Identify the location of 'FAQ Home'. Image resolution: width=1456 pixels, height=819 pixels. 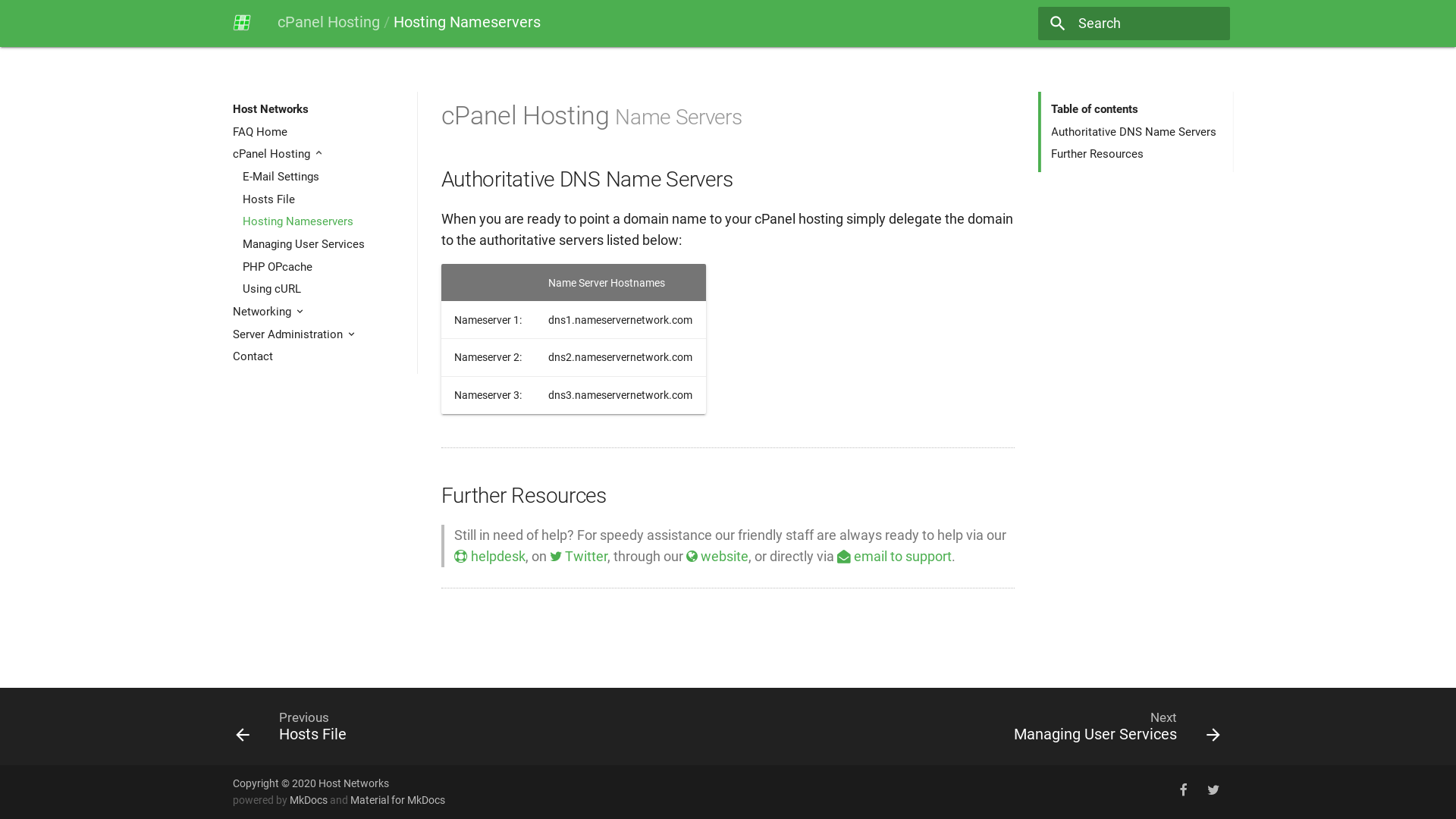
(319, 130).